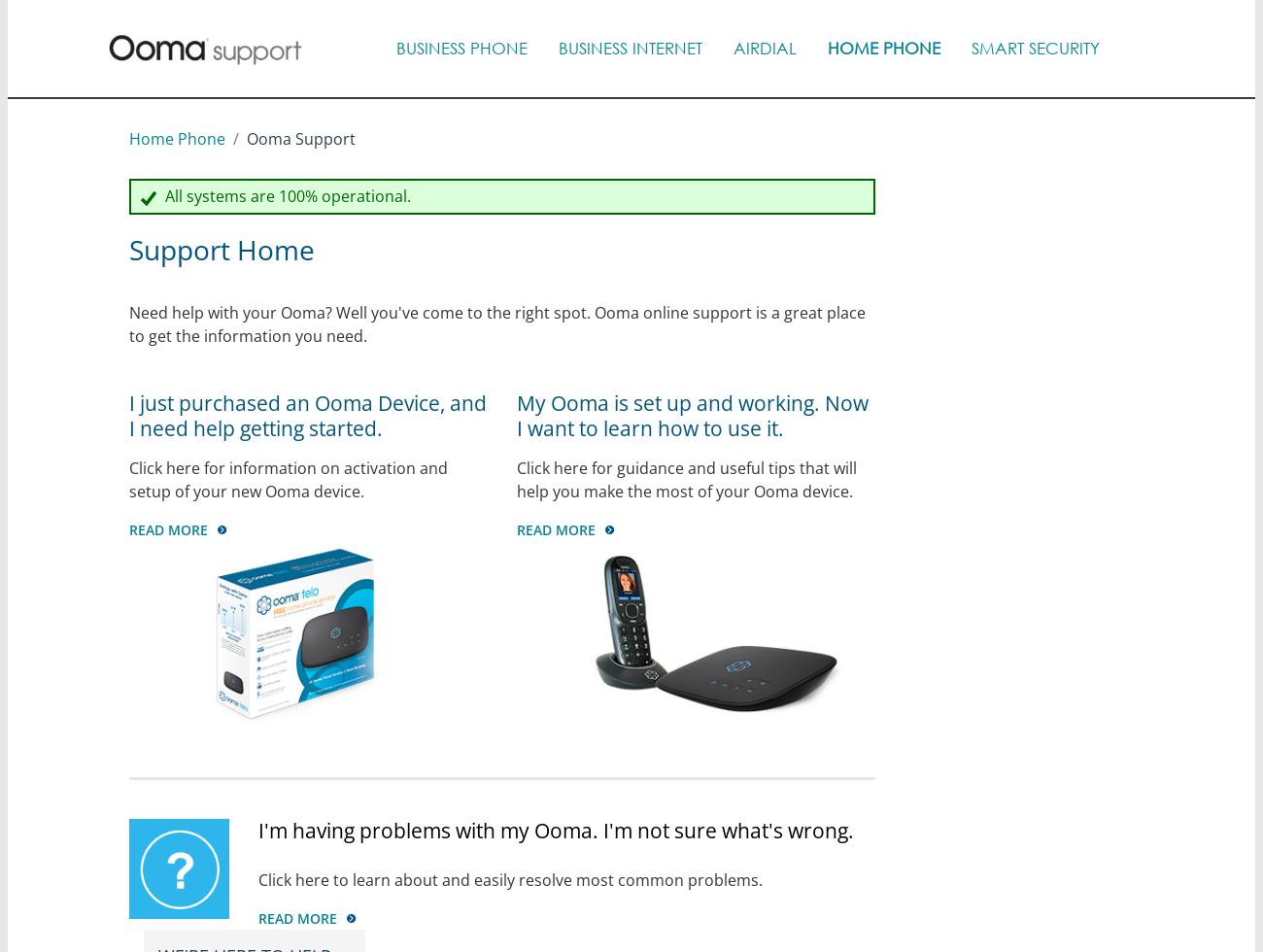 The height and width of the screenshot is (952, 1263). I want to click on 'My Ooma is set up and working. Now I want to learn how to use it.', so click(516, 415).